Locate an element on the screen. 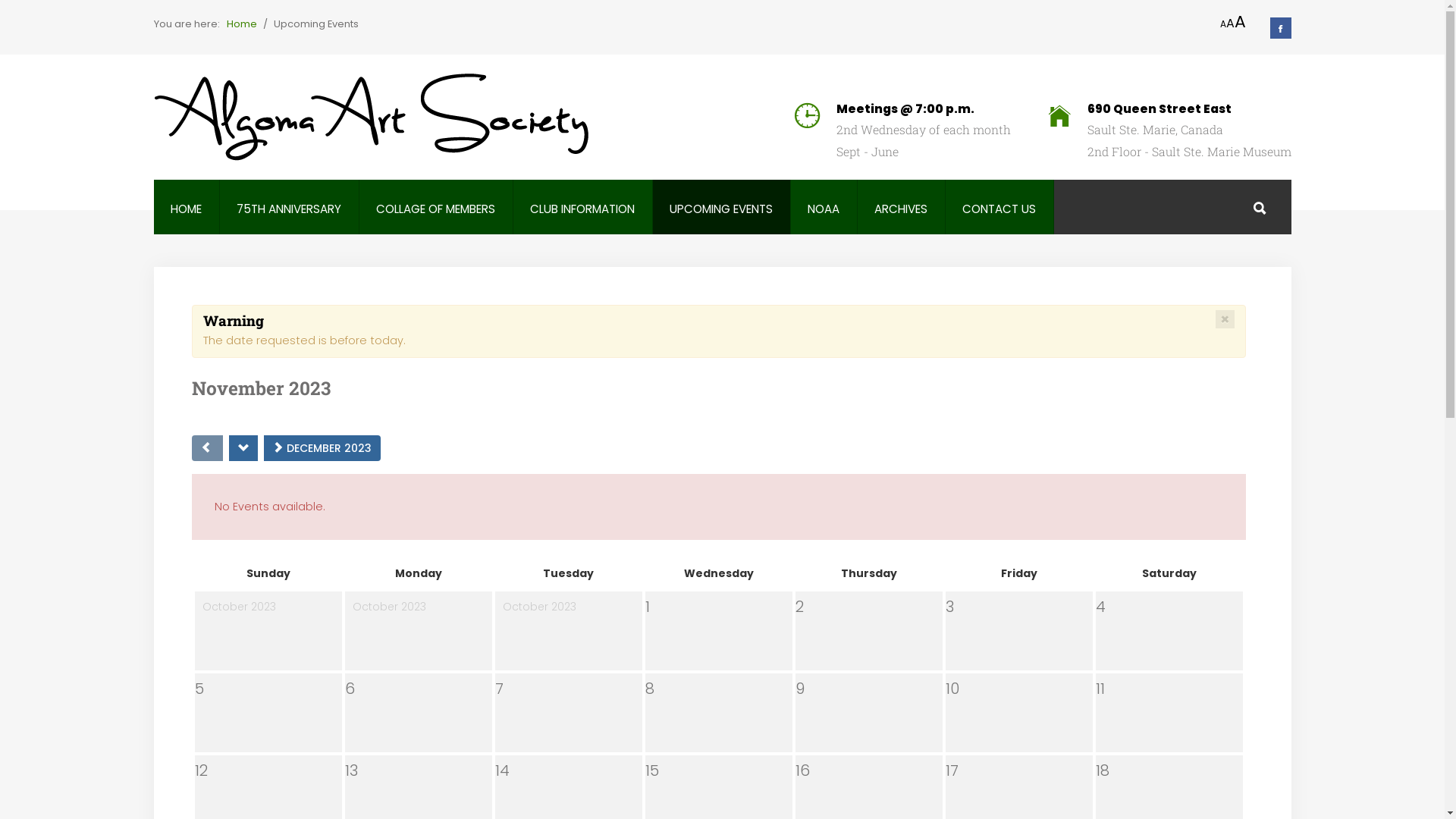  'CLUB INFORMATION' is located at coordinates (530, 209).